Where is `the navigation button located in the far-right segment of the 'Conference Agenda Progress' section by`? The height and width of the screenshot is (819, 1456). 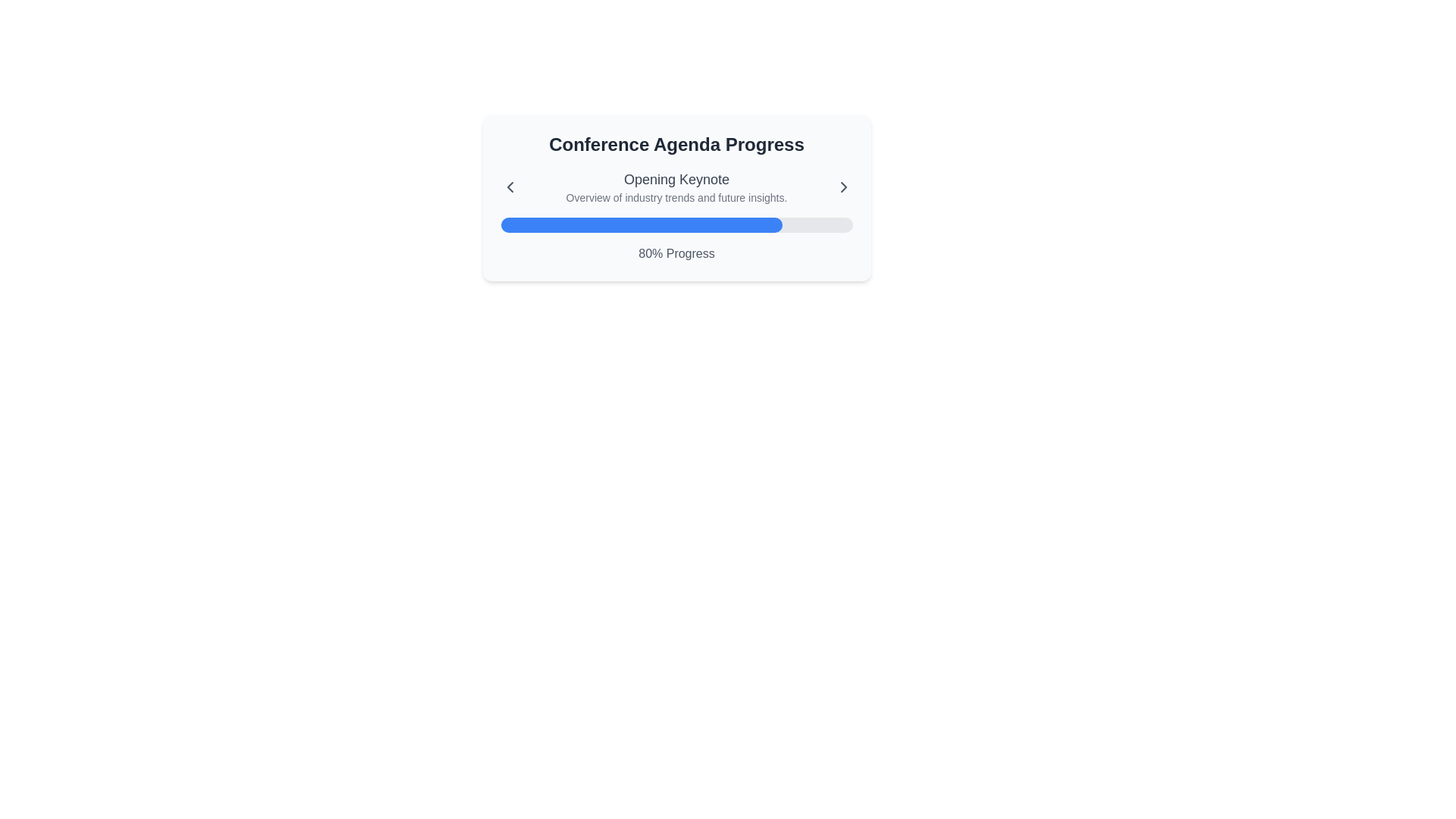
the navigation button located in the far-right segment of the 'Conference Agenda Progress' section by is located at coordinates (843, 186).